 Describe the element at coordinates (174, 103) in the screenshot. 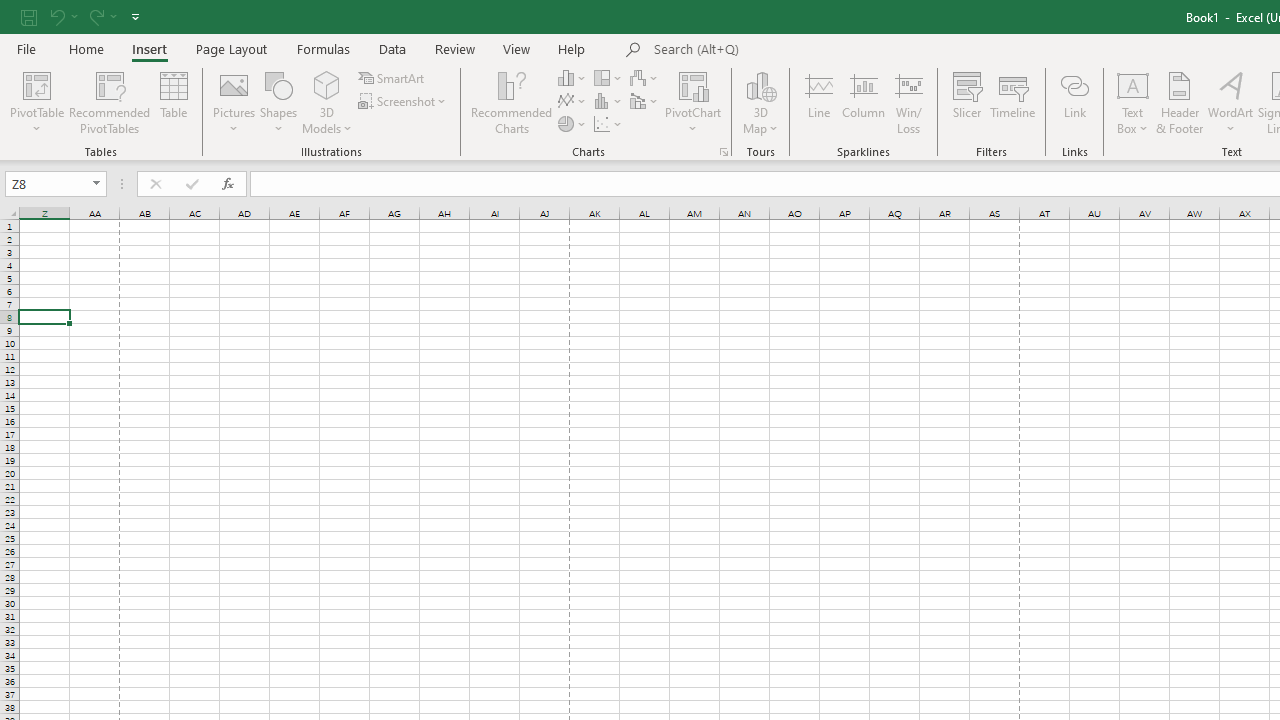

I see `'Table'` at that location.